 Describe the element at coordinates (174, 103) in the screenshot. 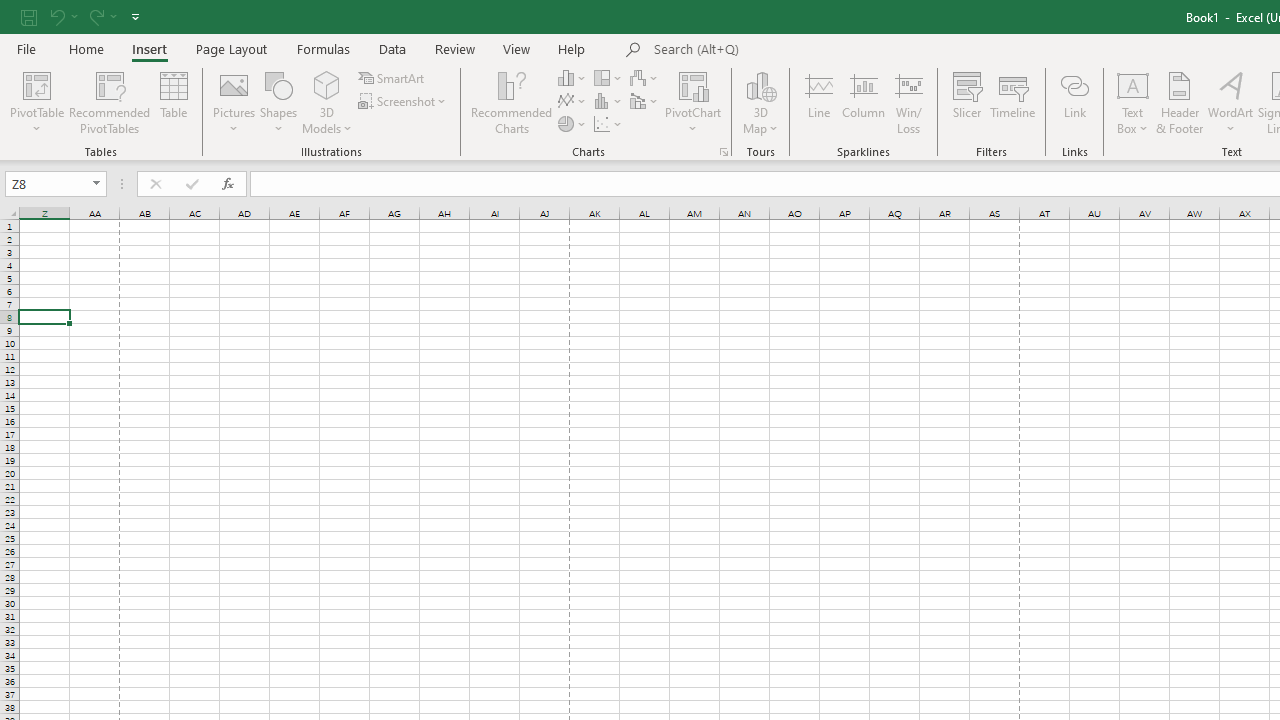

I see `'Table'` at that location.